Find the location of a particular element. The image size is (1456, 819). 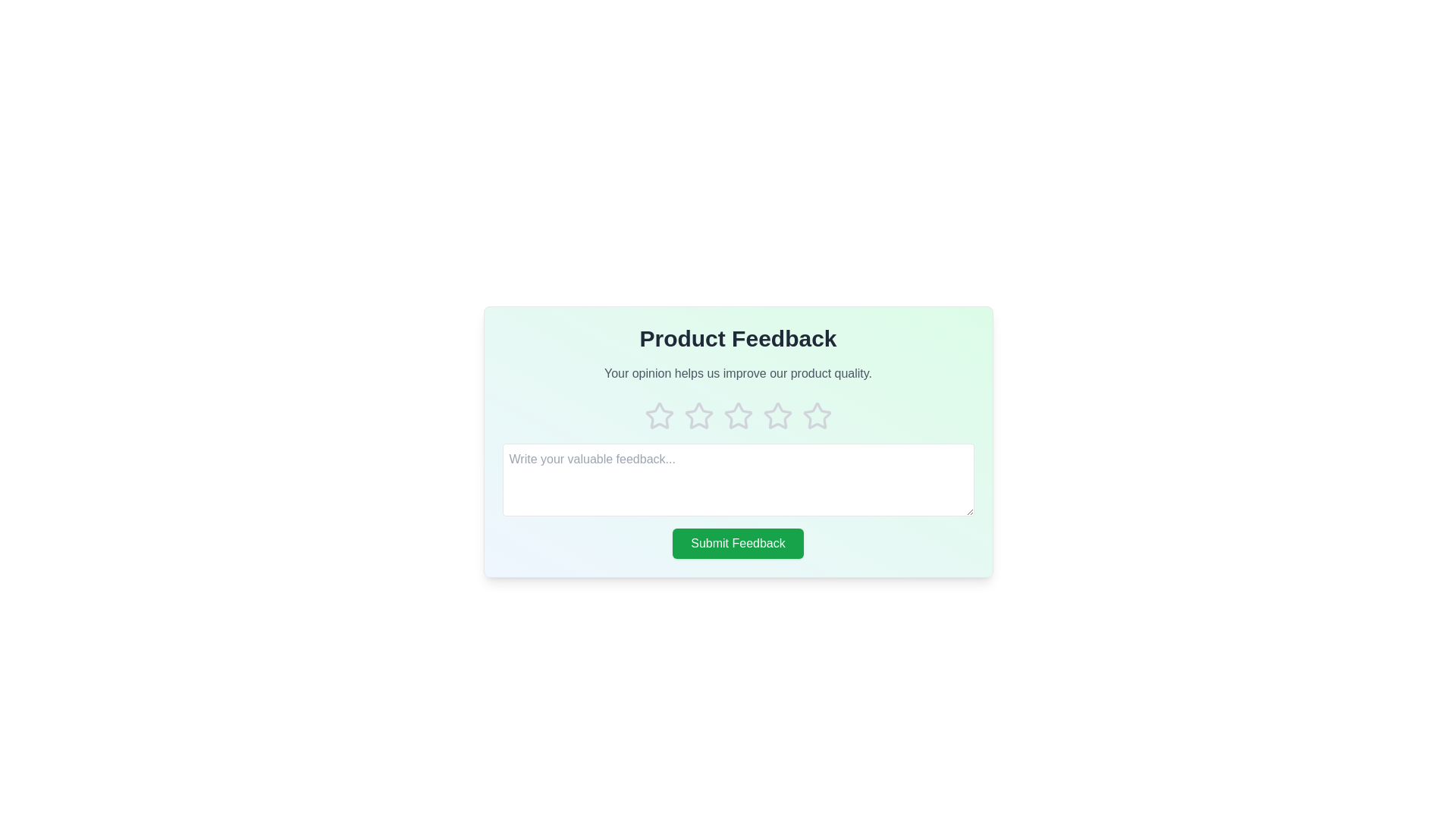

the fourth interactive star icon for ratings located slightly below the 'Product Feedback' heading to observe the hover effect is located at coordinates (738, 416).